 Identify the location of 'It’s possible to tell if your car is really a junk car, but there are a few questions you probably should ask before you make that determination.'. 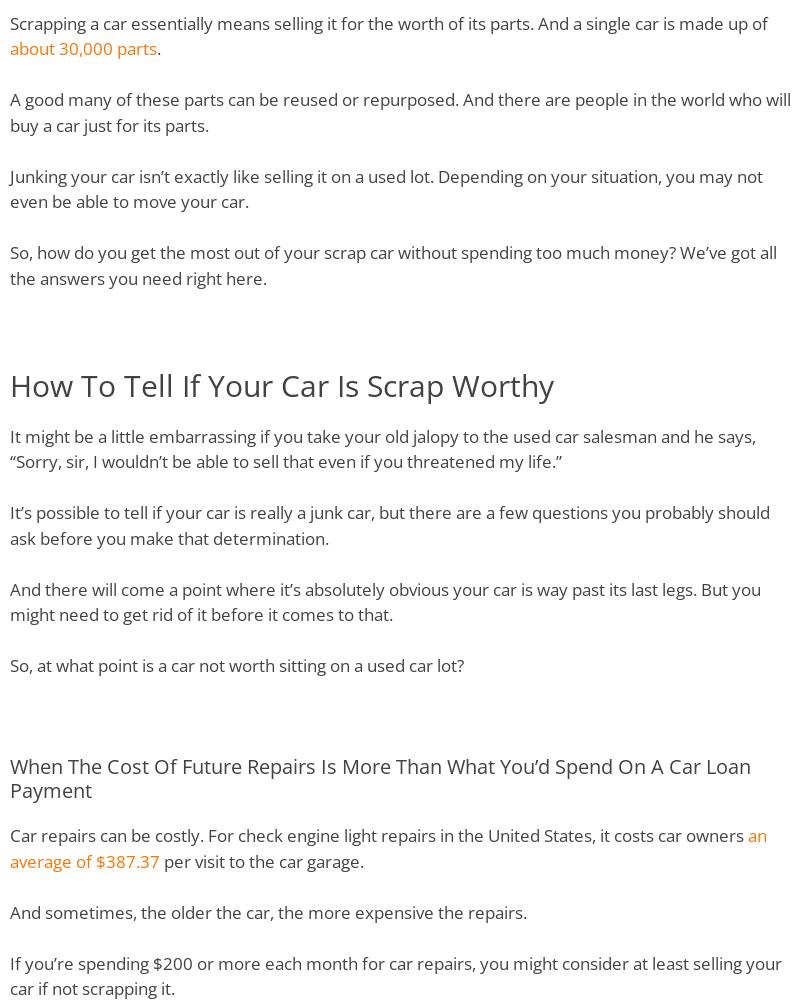
(390, 525).